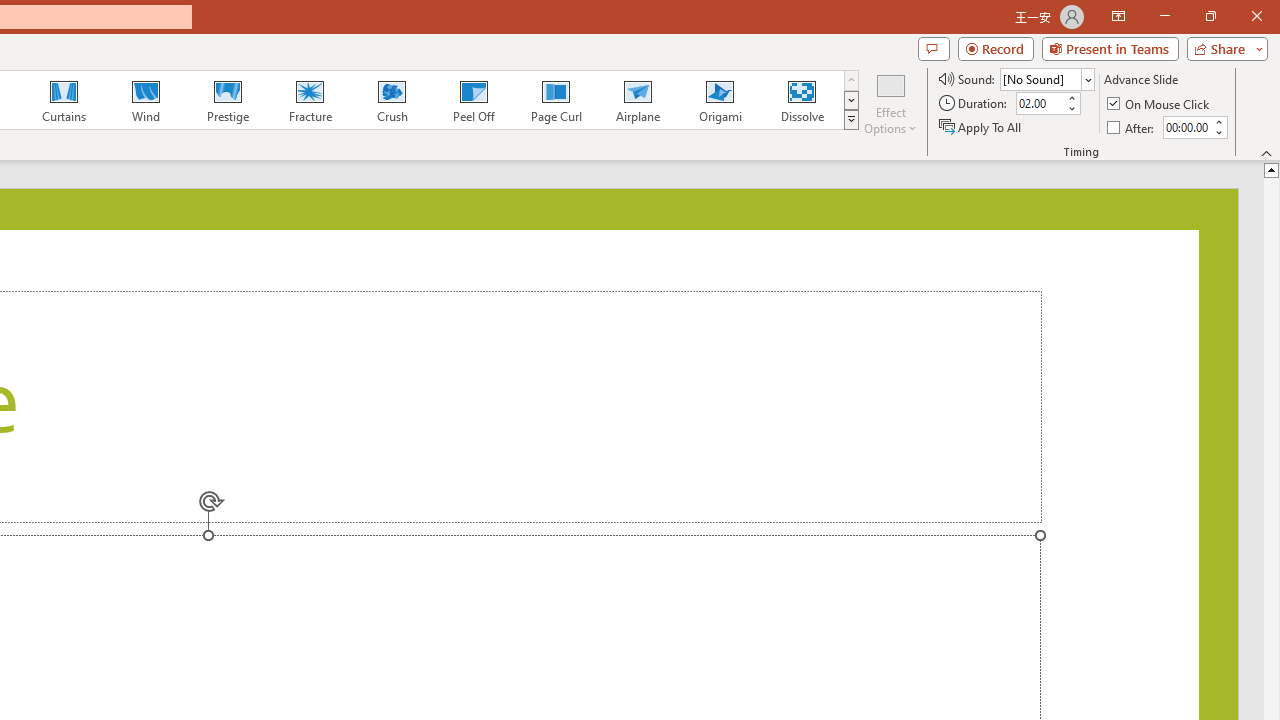 Image resolution: width=1280 pixels, height=720 pixels. Describe the element at coordinates (981, 127) in the screenshot. I see `'Apply To All'` at that location.